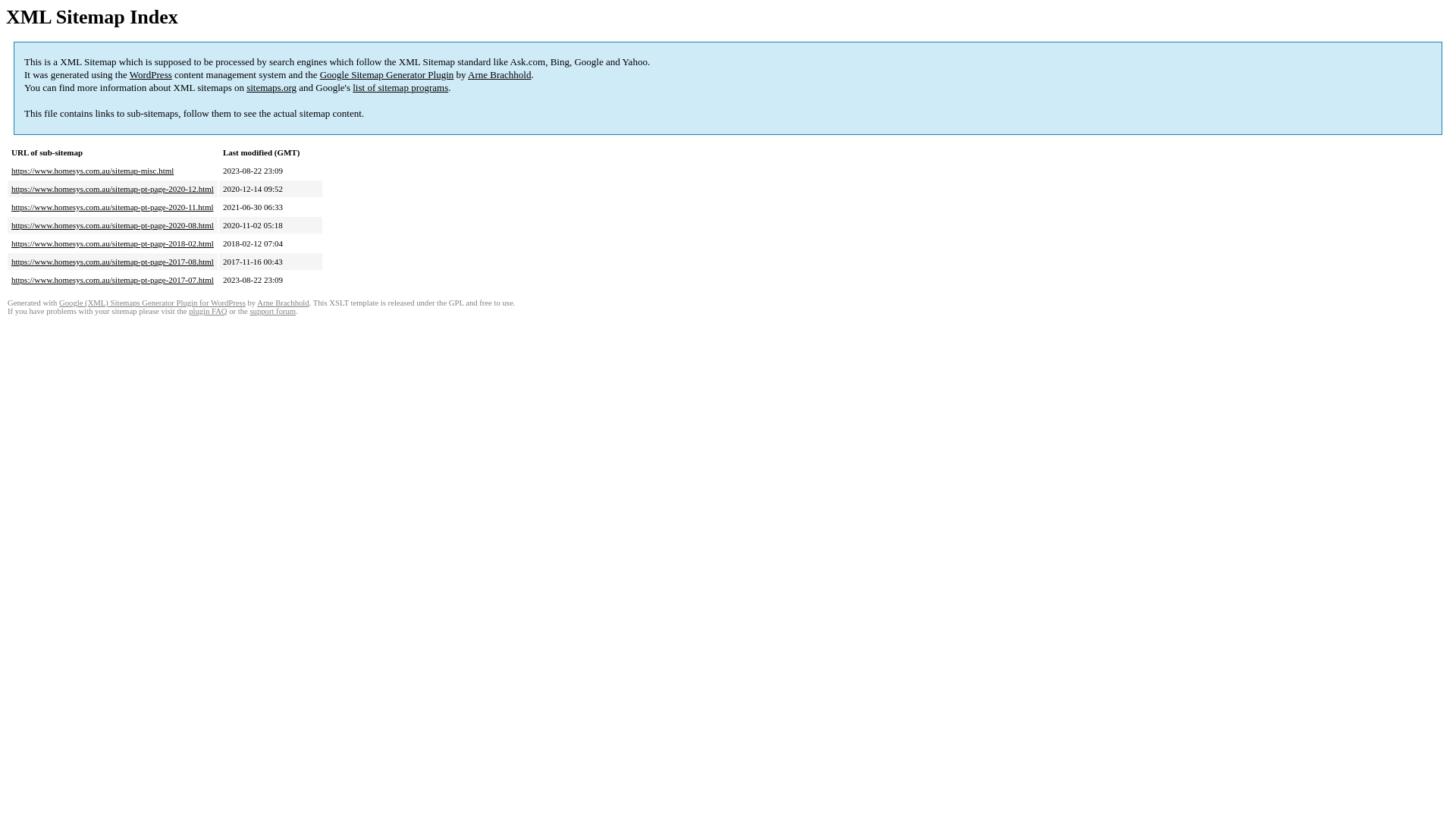 The width and height of the screenshot is (1456, 819). What do you see at coordinates (249, 310) in the screenshot?
I see `'support forum'` at bounding box center [249, 310].